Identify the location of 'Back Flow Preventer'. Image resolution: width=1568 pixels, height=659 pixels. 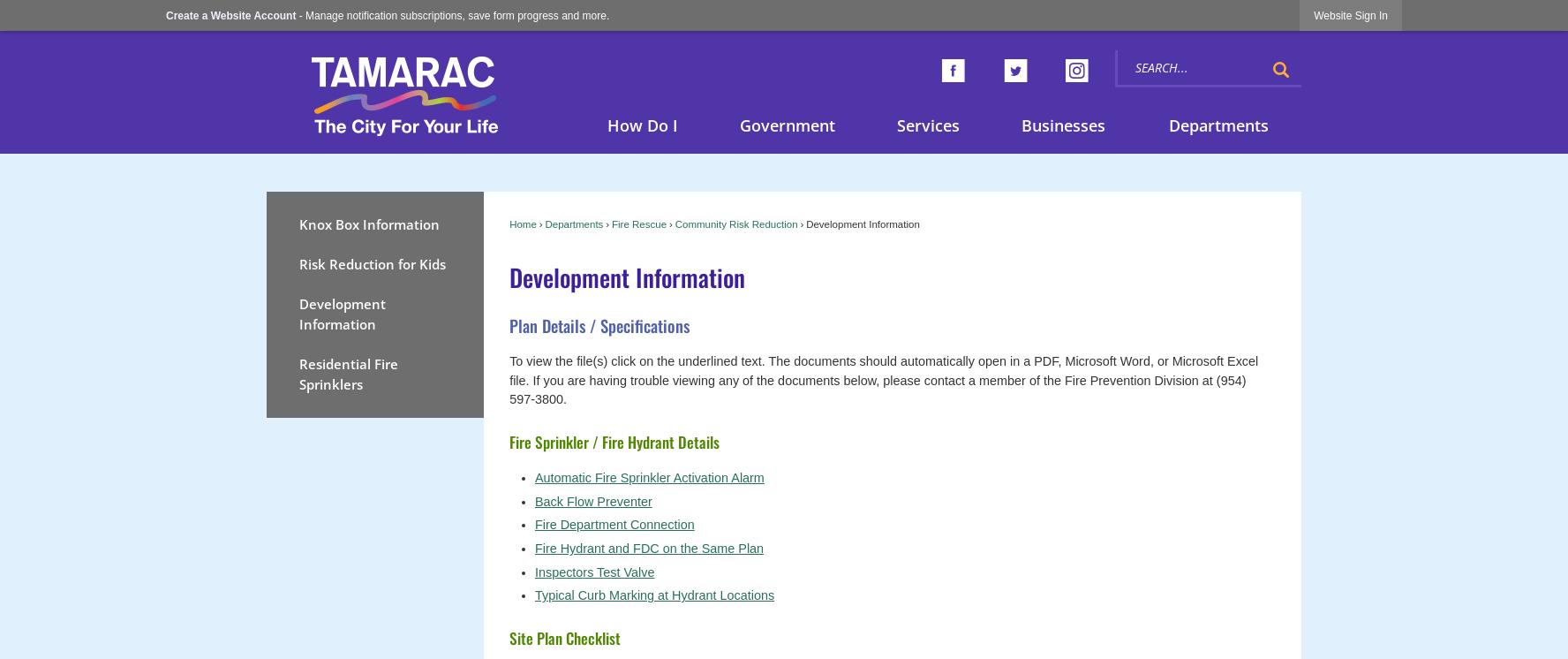
(592, 500).